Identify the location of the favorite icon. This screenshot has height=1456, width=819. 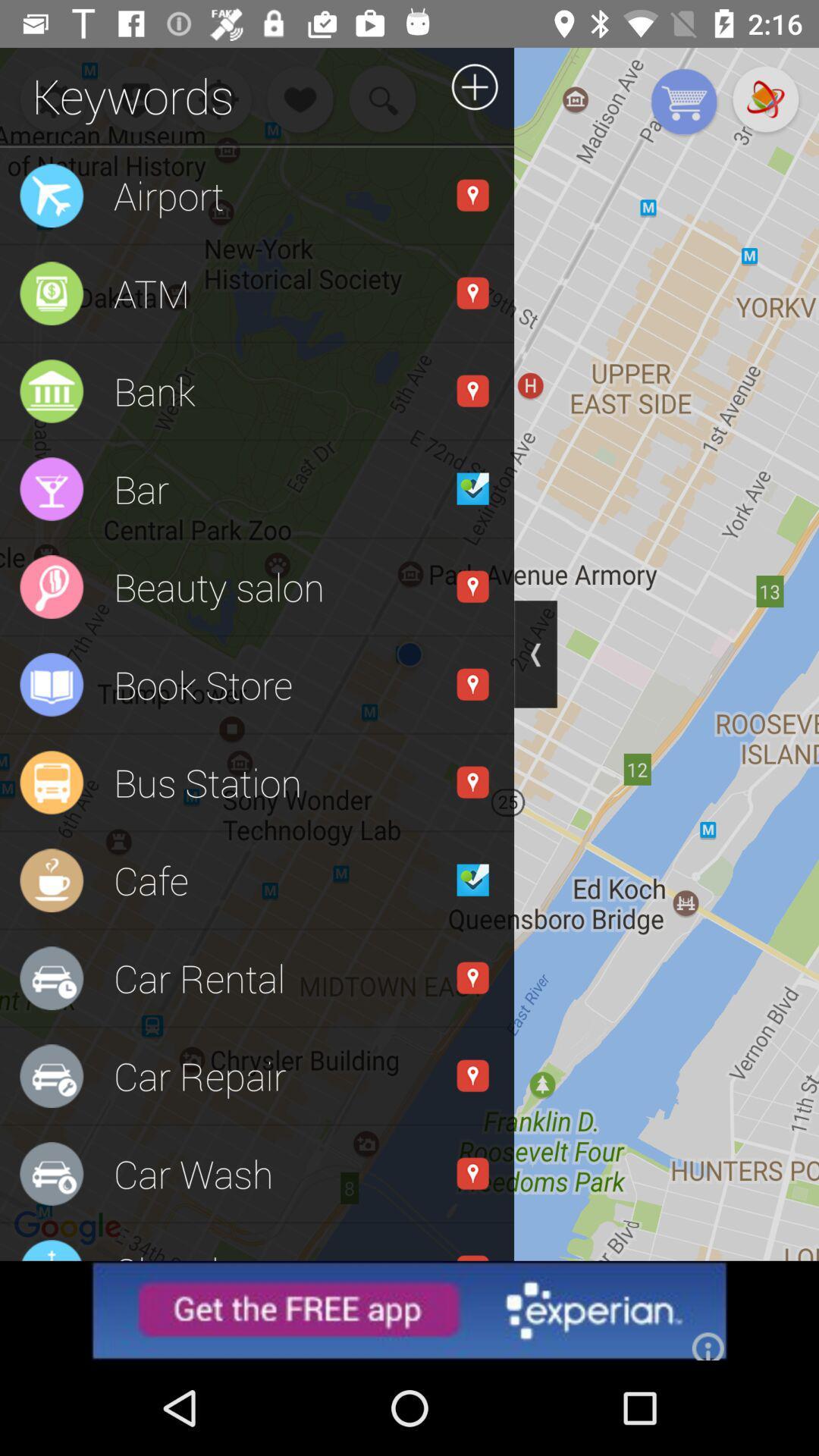
(301, 100).